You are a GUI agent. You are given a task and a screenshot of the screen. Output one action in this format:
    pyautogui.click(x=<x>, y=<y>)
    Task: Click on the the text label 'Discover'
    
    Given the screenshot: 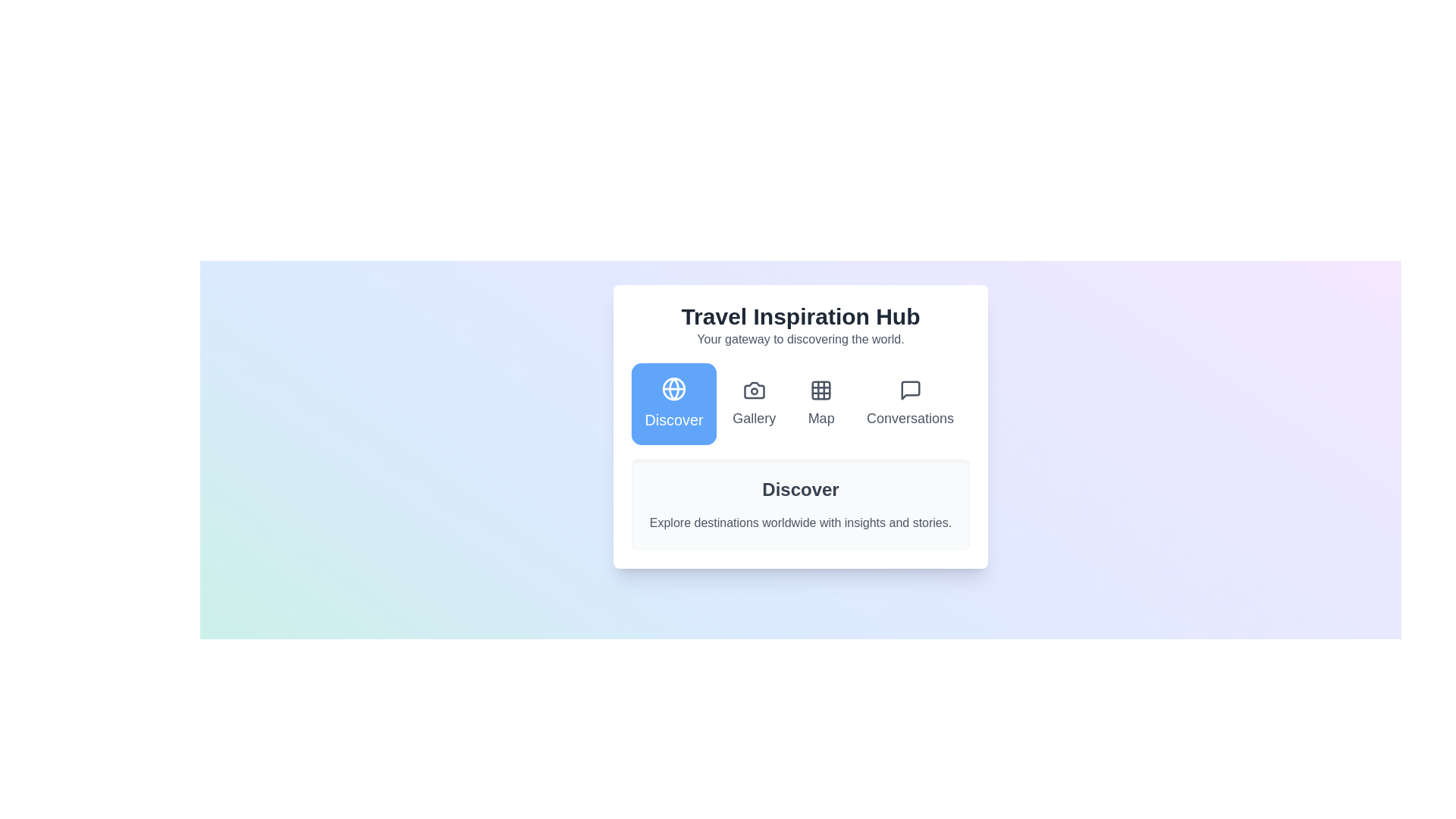 What is the action you would take?
    pyautogui.click(x=673, y=419)
    